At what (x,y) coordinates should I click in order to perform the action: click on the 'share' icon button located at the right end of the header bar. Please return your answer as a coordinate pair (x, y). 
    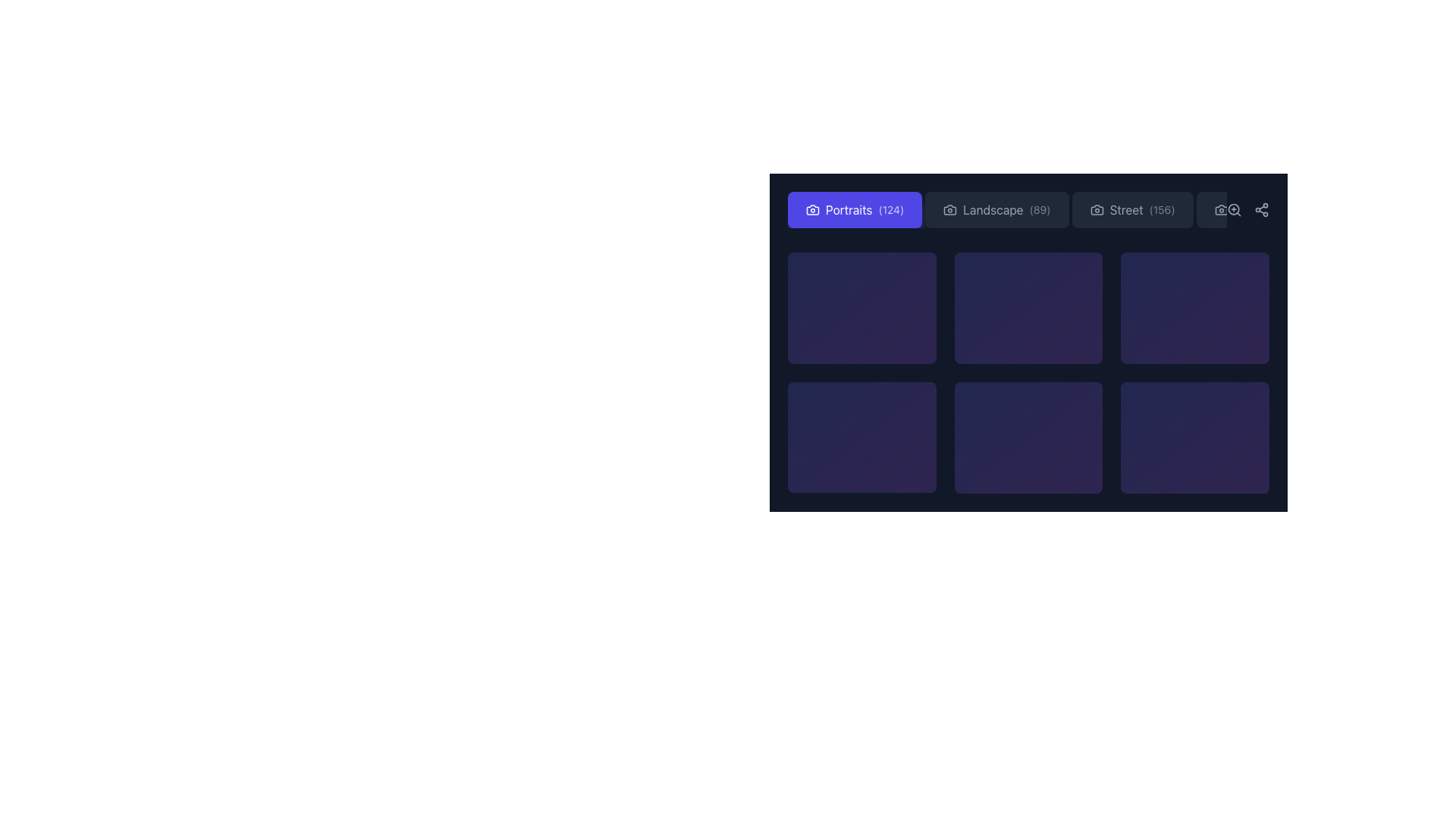
    Looking at the image, I should click on (1262, 210).